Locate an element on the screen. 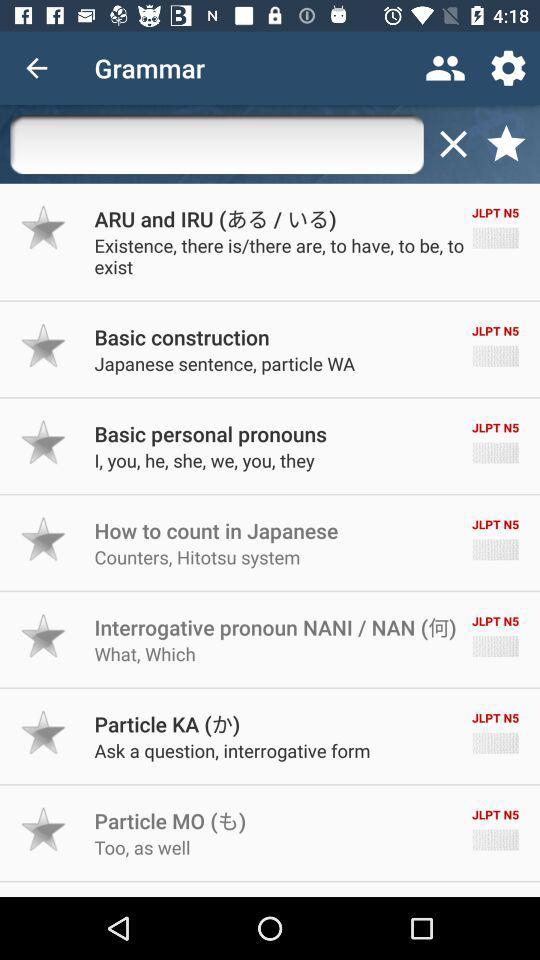 The image size is (540, 960). the icon to the left of the jlpt n5 item is located at coordinates (214, 218).